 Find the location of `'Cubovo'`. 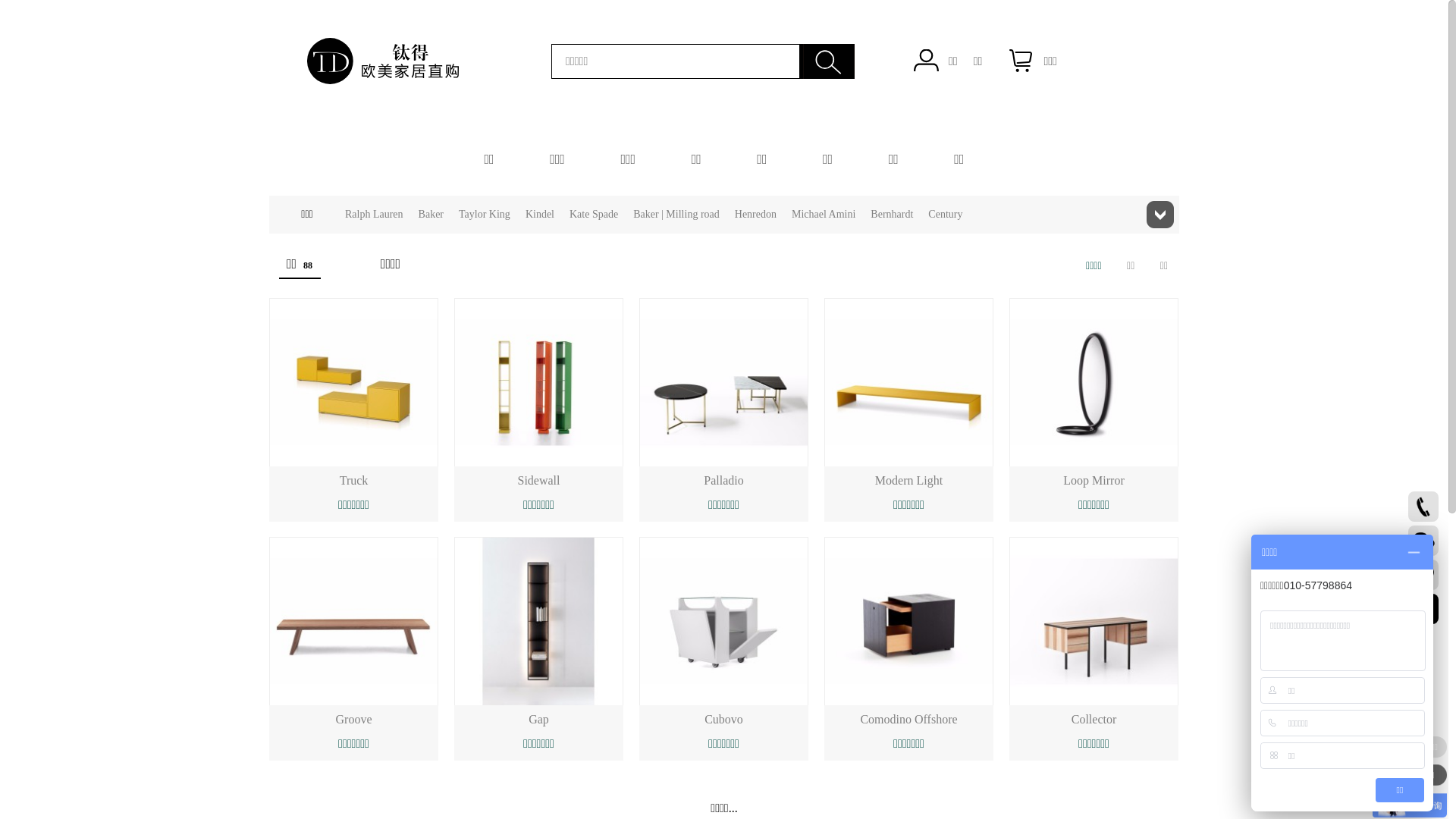

'Cubovo' is located at coordinates (723, 718).